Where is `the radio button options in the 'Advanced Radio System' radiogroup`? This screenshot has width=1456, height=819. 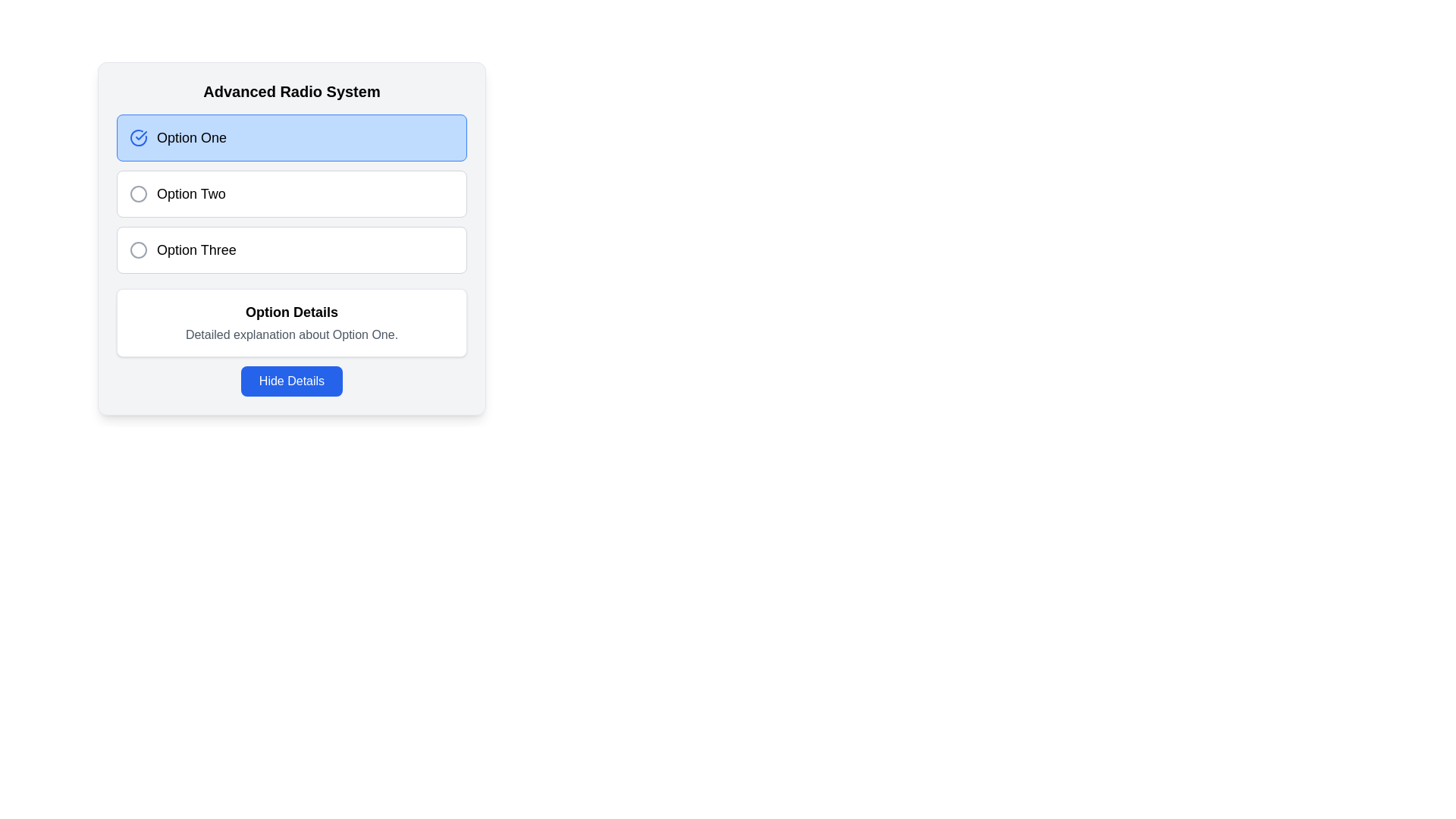 the radio button options in the 'Advanced Radio System' radiogroup is located at coordinates (291, 193).